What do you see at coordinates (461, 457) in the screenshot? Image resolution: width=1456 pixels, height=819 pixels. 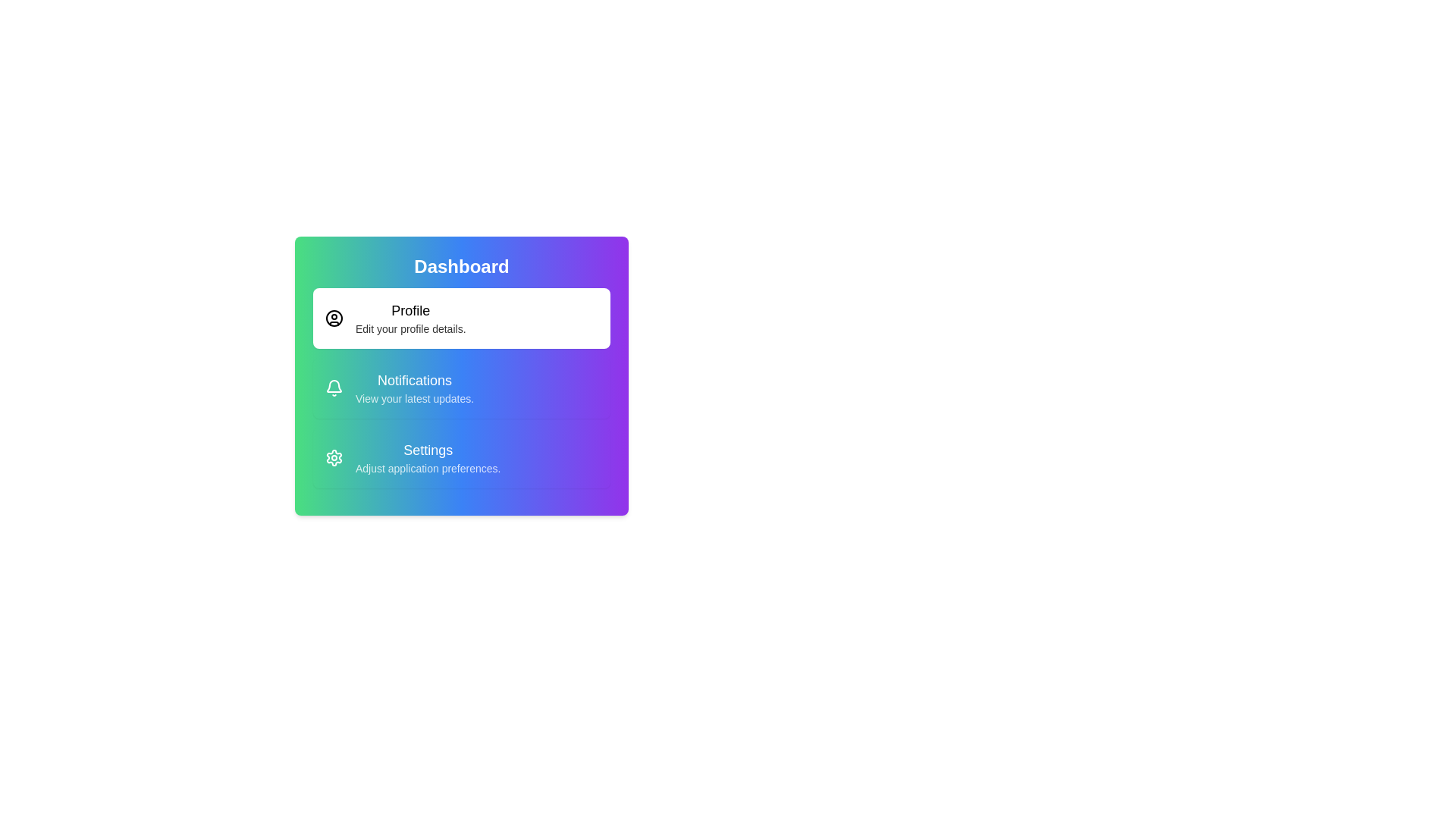 I see `the menu option Settings` at bounding box center [461, 457].